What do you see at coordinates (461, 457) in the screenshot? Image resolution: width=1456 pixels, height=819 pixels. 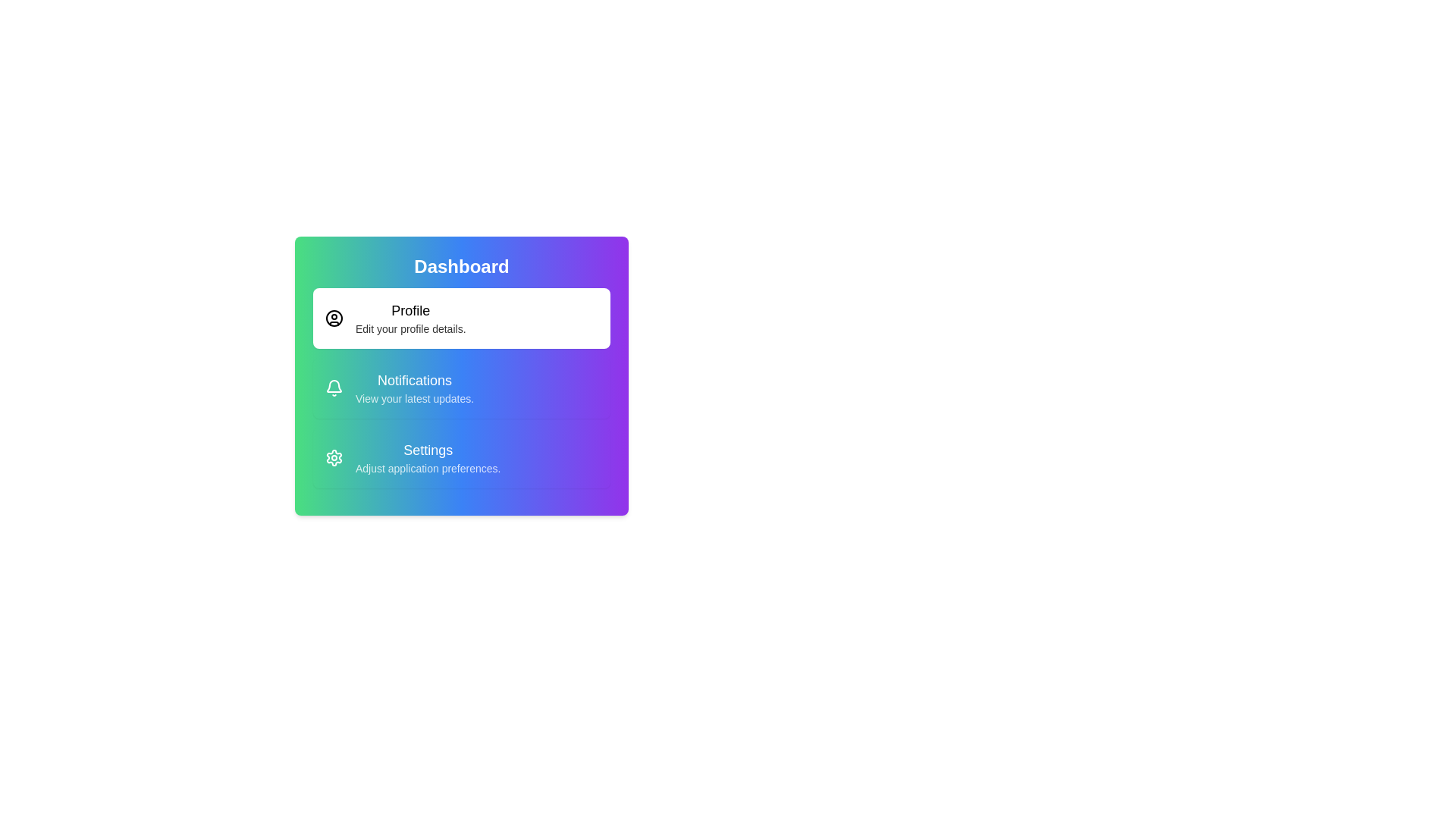 I see `the menu option Settings` at bounding box center [461, 457].